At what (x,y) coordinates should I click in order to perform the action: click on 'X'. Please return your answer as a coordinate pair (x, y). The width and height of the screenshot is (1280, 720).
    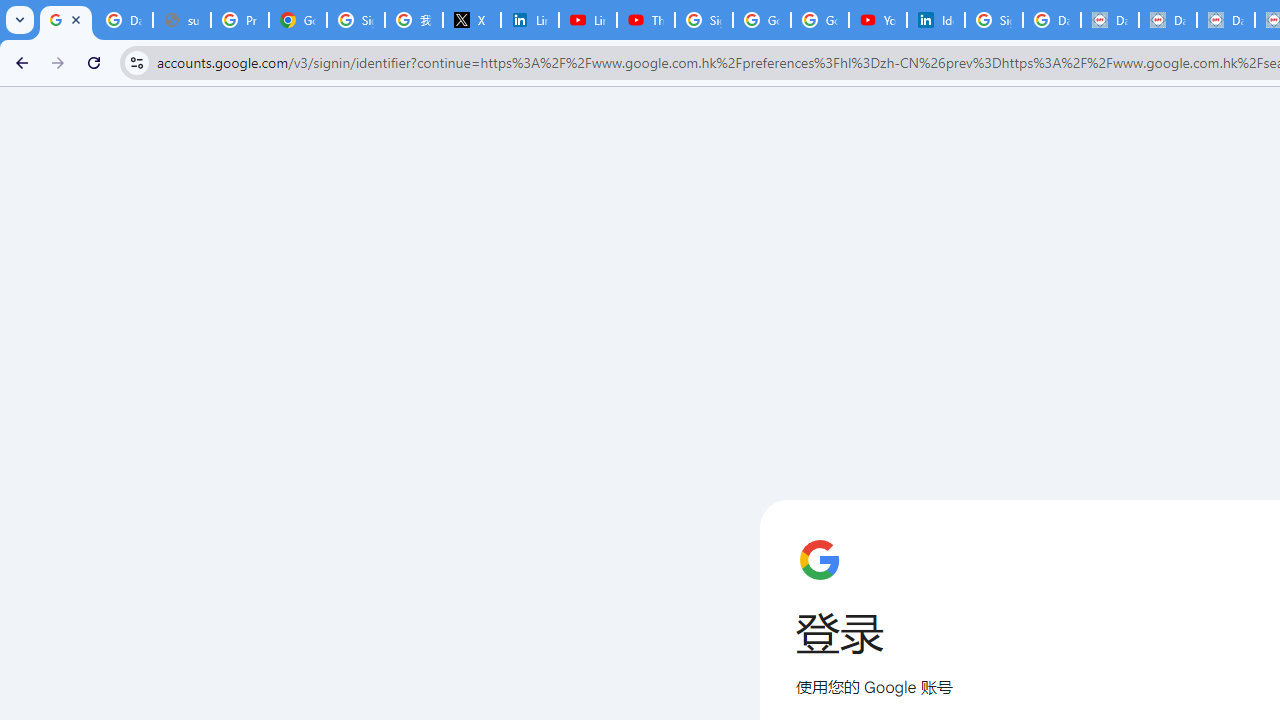
    Looking at the image, I should click on (470, 20).